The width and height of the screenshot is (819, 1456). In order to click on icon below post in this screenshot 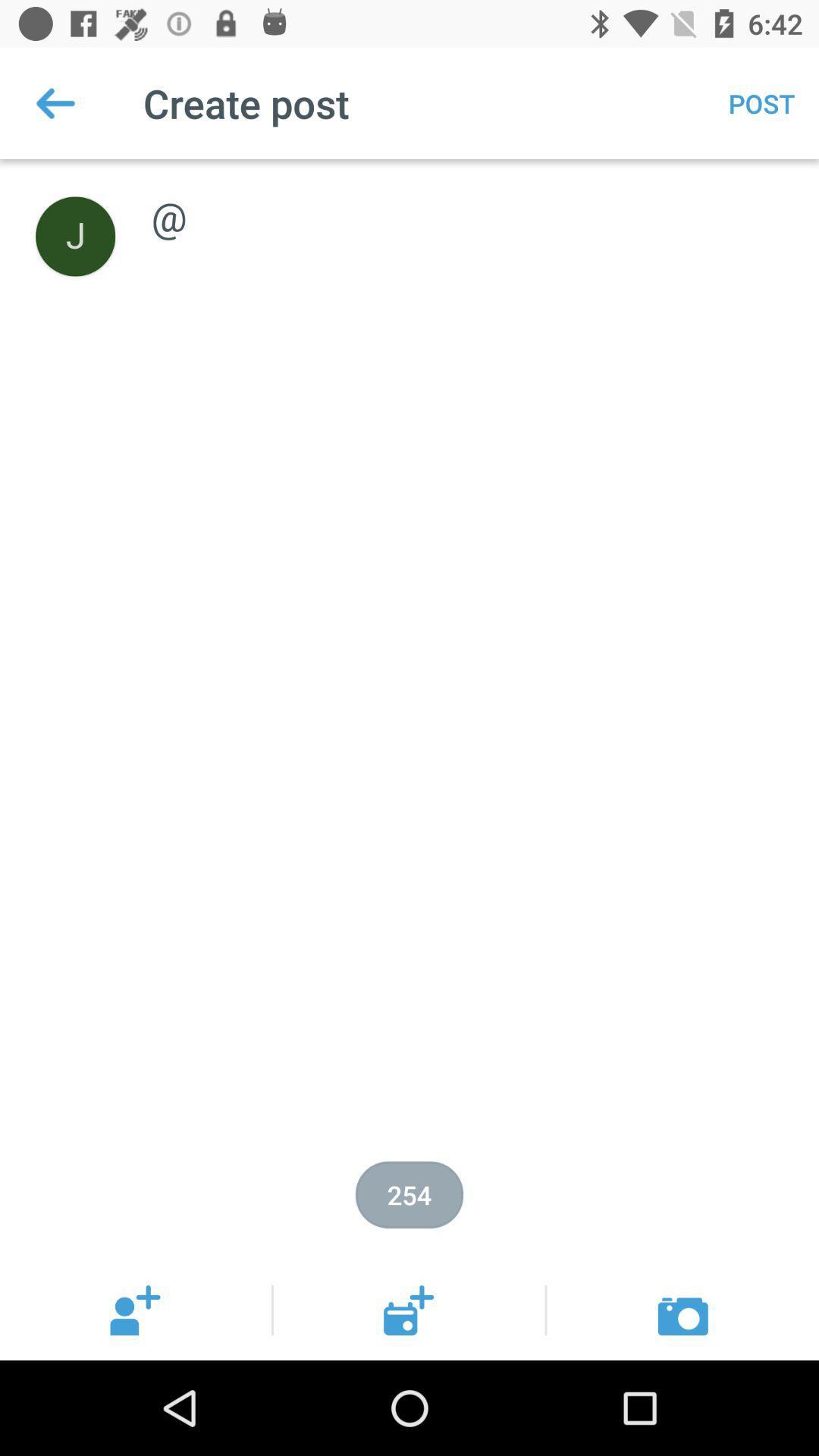, I will do `click(468, 199)`.